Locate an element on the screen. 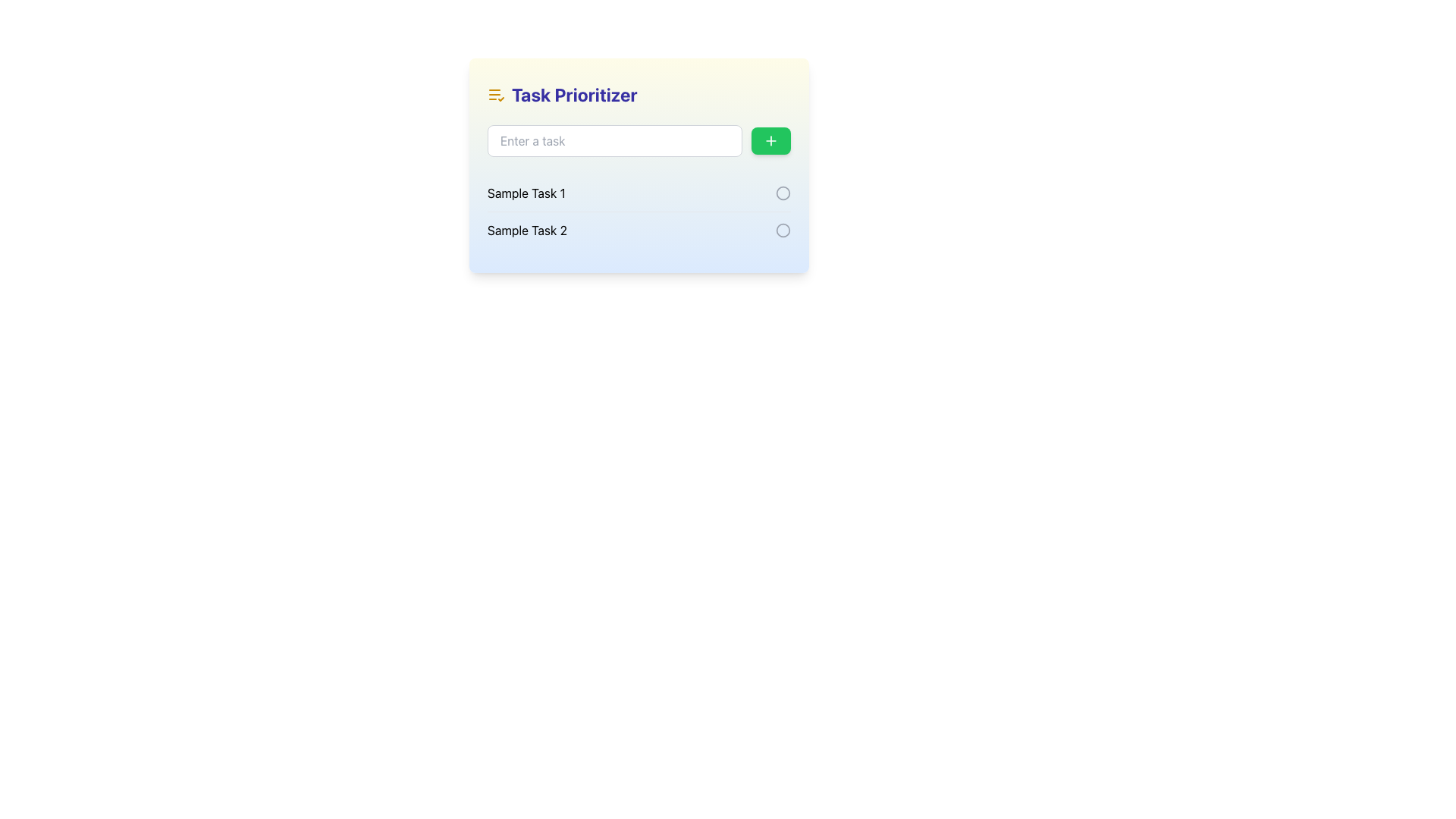  the icon button with a plus sign design located on the right side of the text input field is located at coordinates (771, 140).